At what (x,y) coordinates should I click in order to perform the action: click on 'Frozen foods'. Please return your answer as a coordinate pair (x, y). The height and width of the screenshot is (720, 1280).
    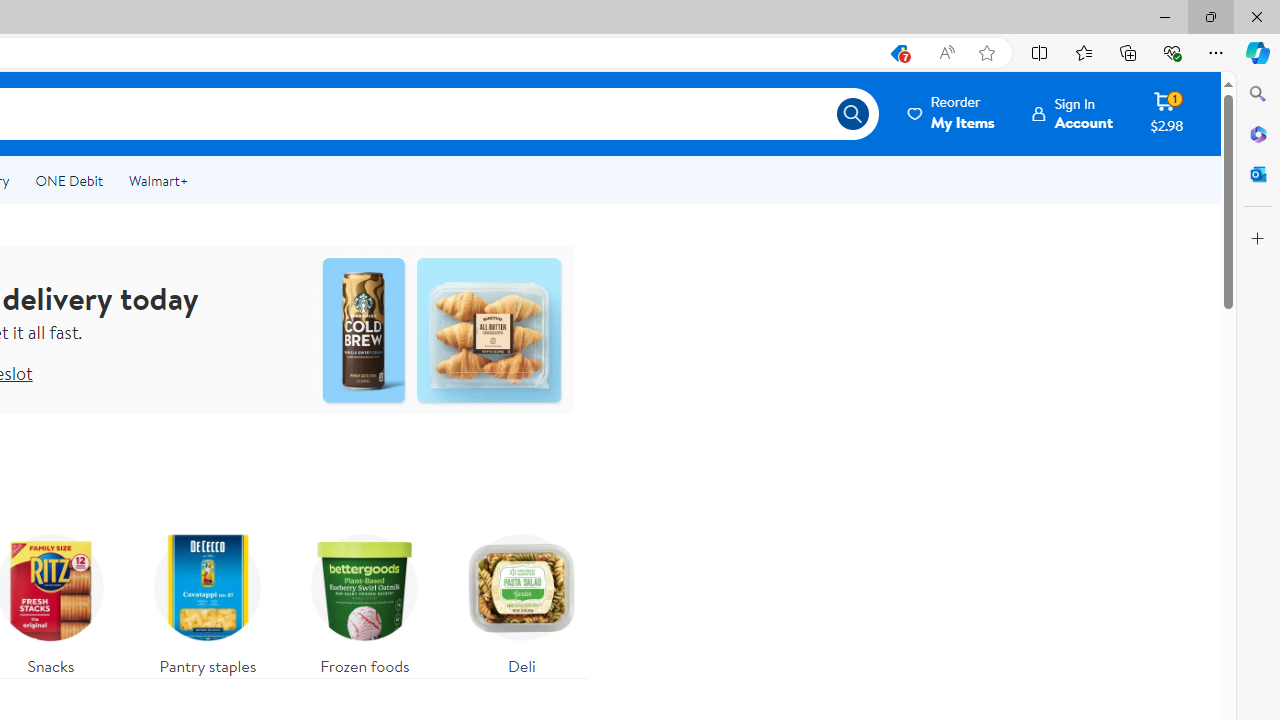
    Looking at the image, I should click on (365, 598).